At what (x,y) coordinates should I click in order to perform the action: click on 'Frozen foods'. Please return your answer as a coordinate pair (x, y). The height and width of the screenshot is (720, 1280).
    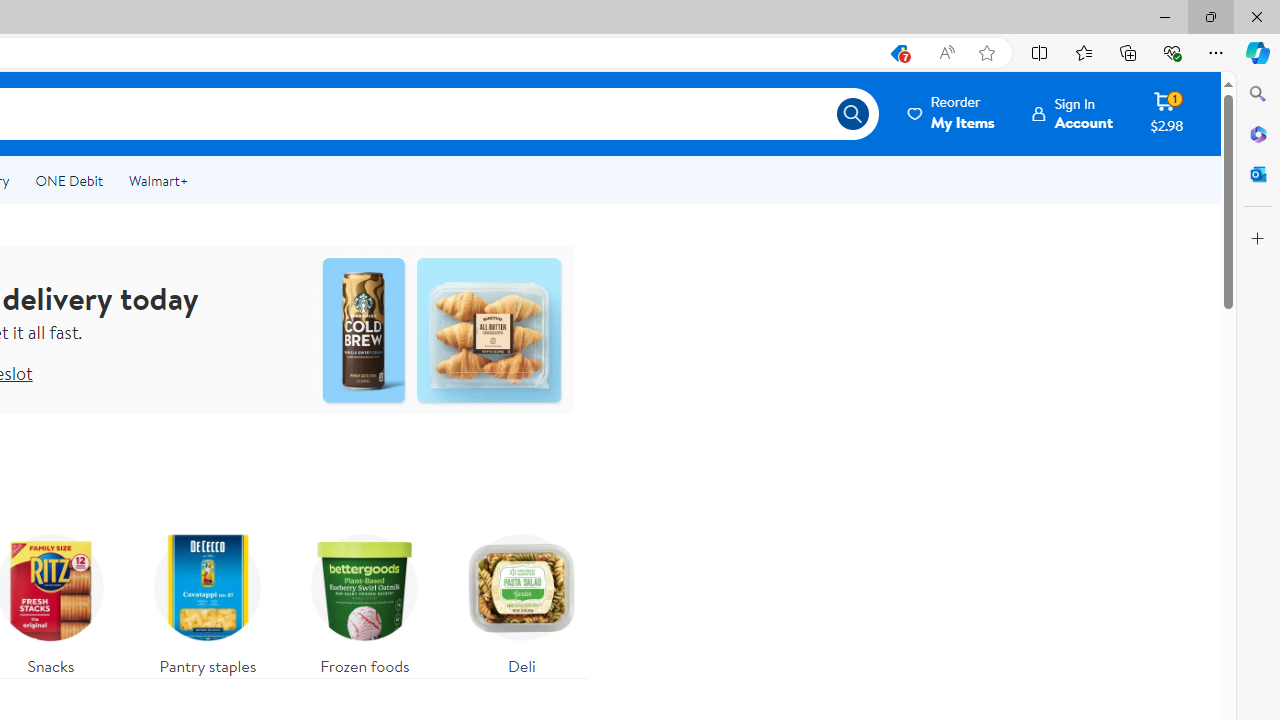
    Looking at the image, I should click on (365, 598).